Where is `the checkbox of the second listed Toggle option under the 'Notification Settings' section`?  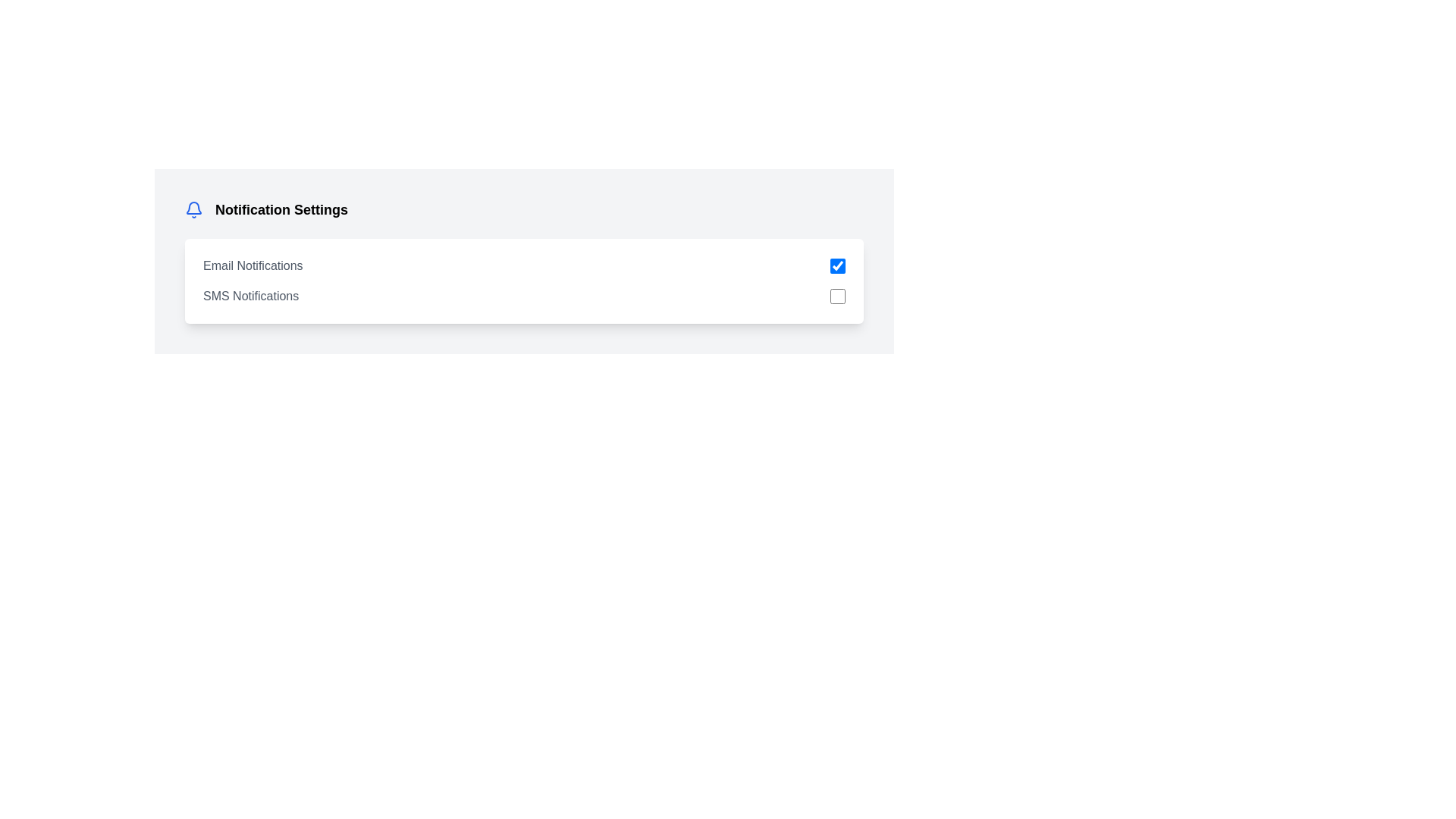
the checkbox of the second listed Toggle option under the 'Notification Settings' section is located at coordinates (524, 296).